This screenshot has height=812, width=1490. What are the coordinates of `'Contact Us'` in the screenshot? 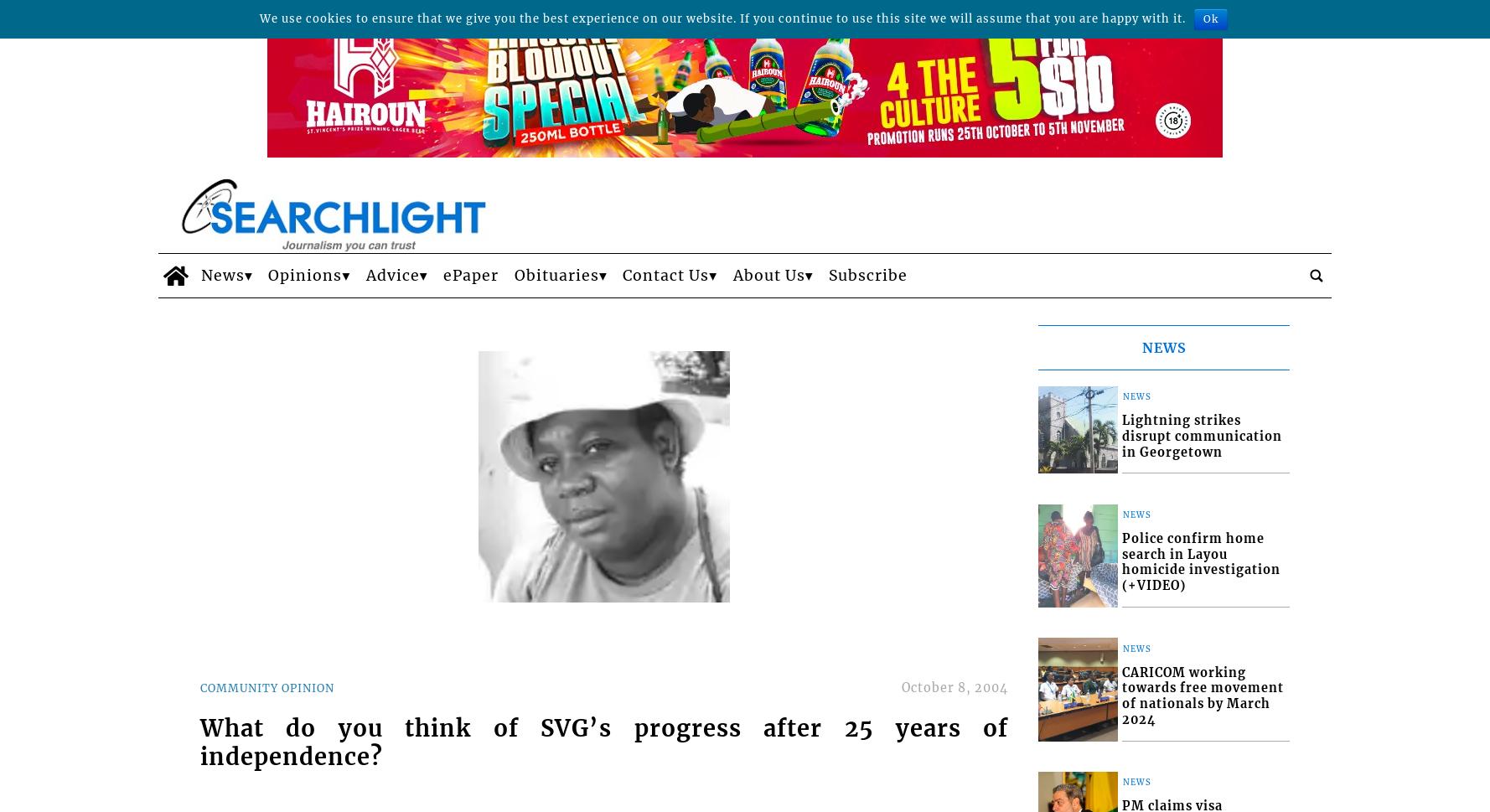 It's located at (665, 274).